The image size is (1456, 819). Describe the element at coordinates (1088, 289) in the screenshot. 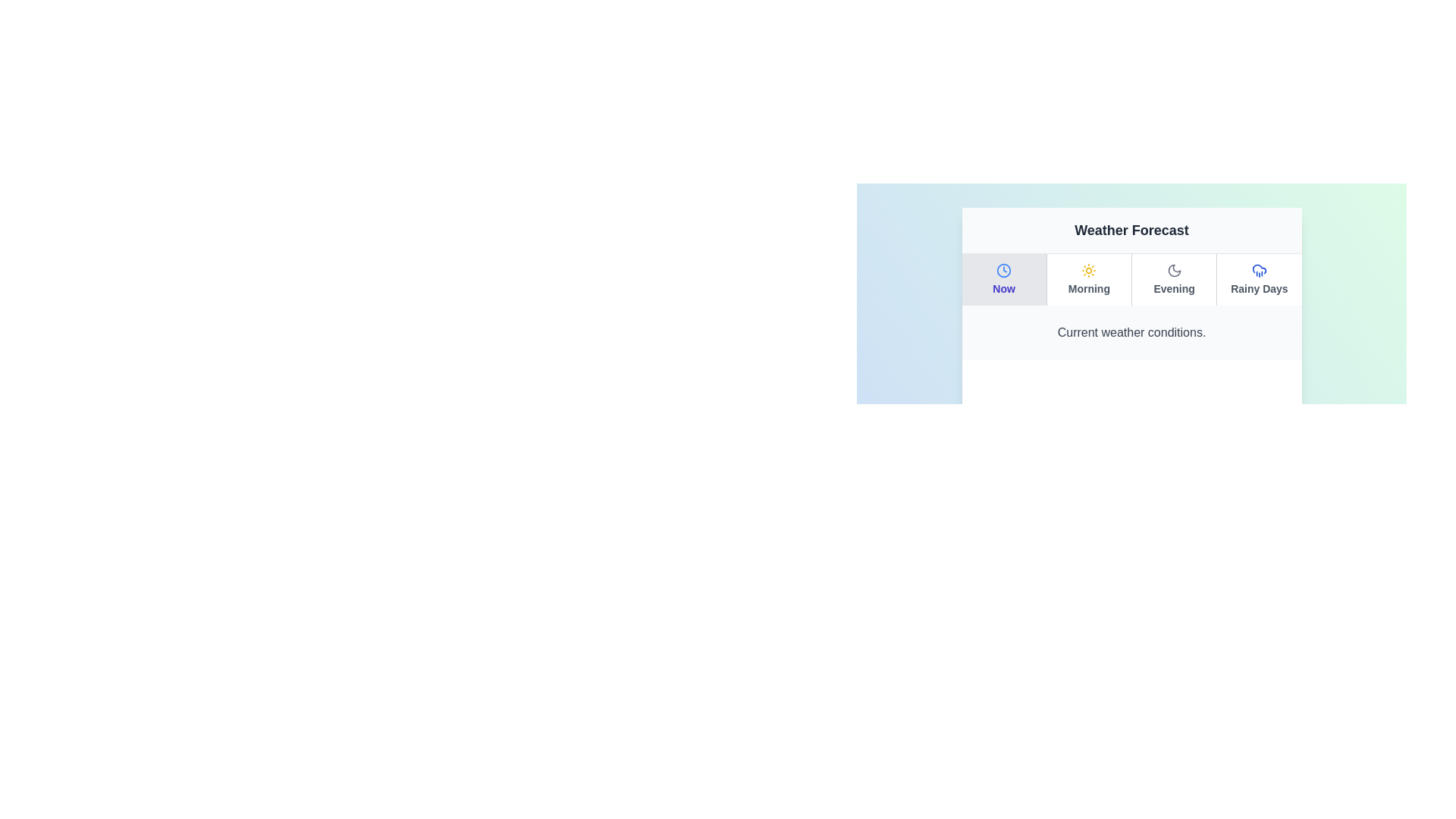

I see `the 'Morning' button in the weather forecast section` at that location.